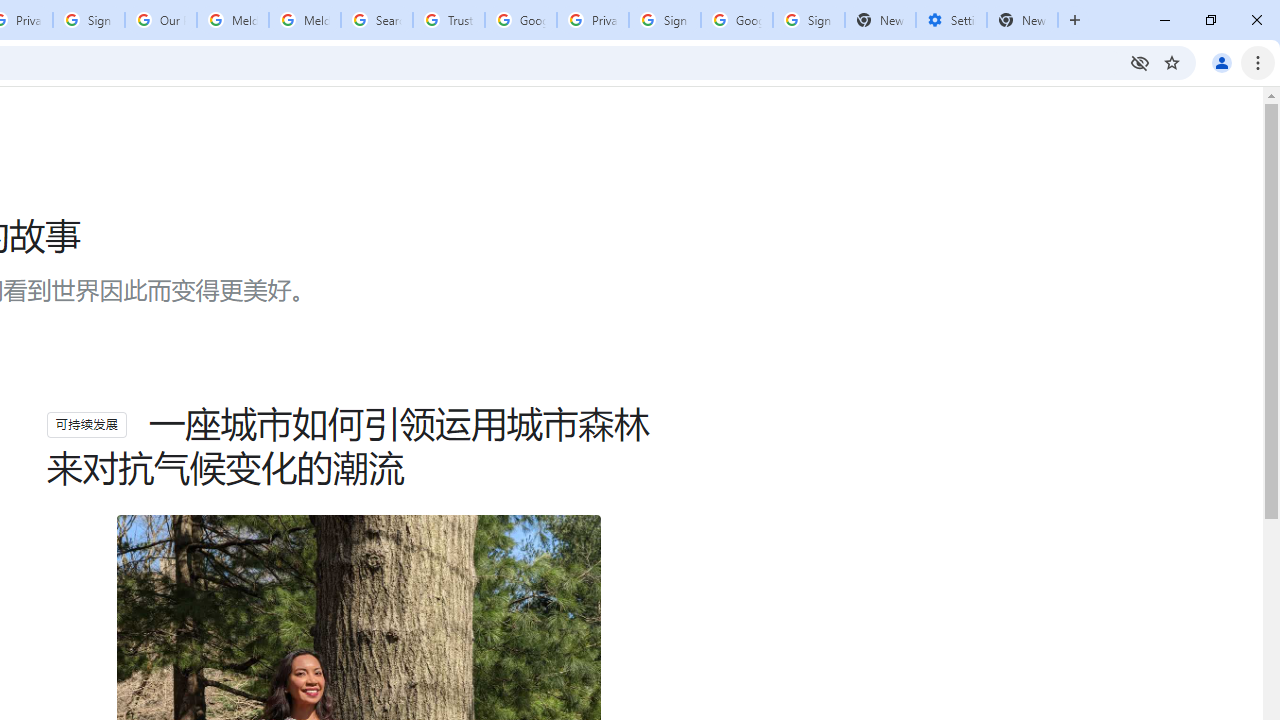 The height and width of the screenshot is (720, 1280). Describe the element at coordinates (1139, 61) in the screenshot. I see `'Third-party cookies blocked'` at that location.